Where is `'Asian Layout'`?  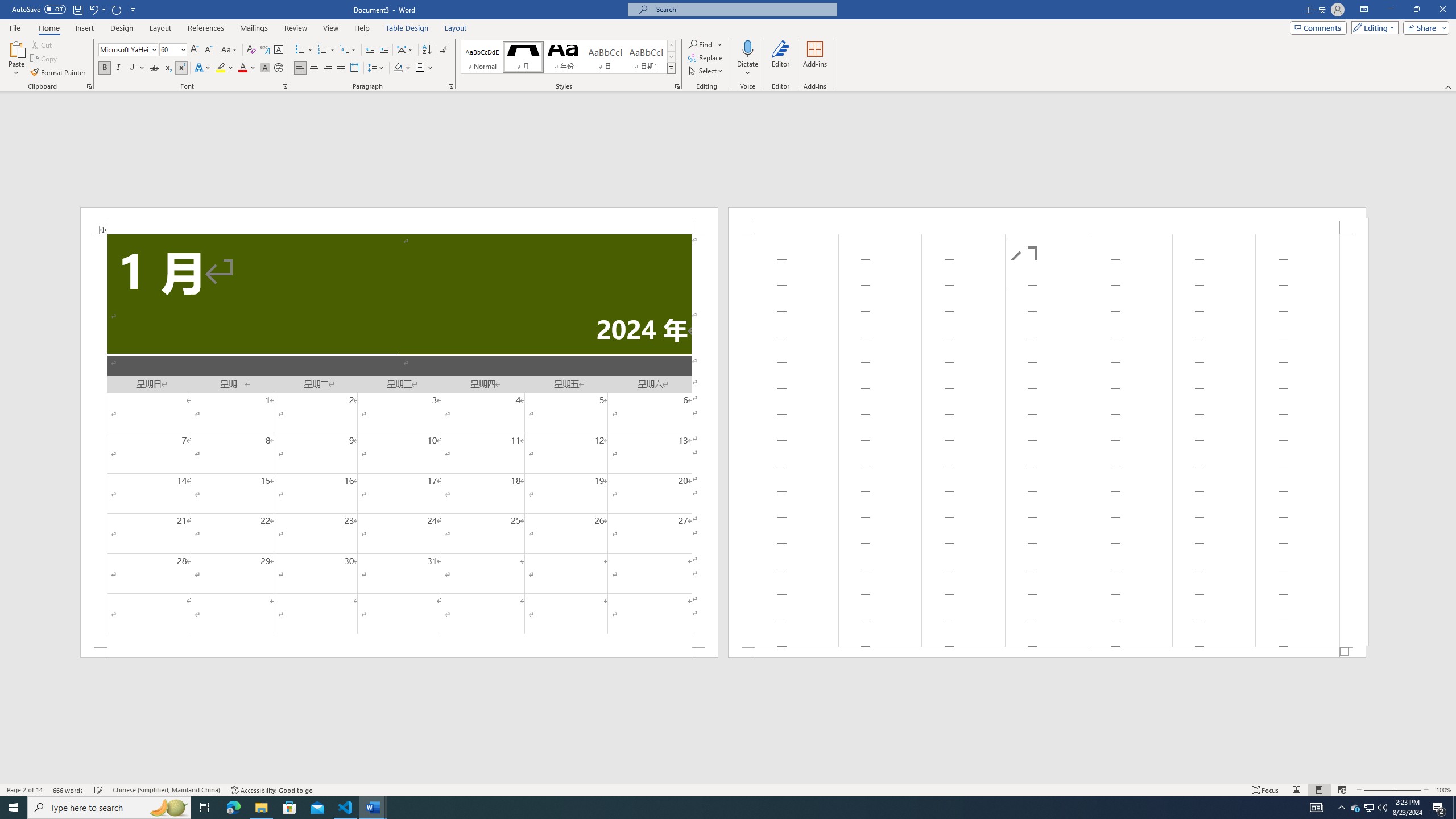 'Asian Layout' is located at coordinates (405, 49).